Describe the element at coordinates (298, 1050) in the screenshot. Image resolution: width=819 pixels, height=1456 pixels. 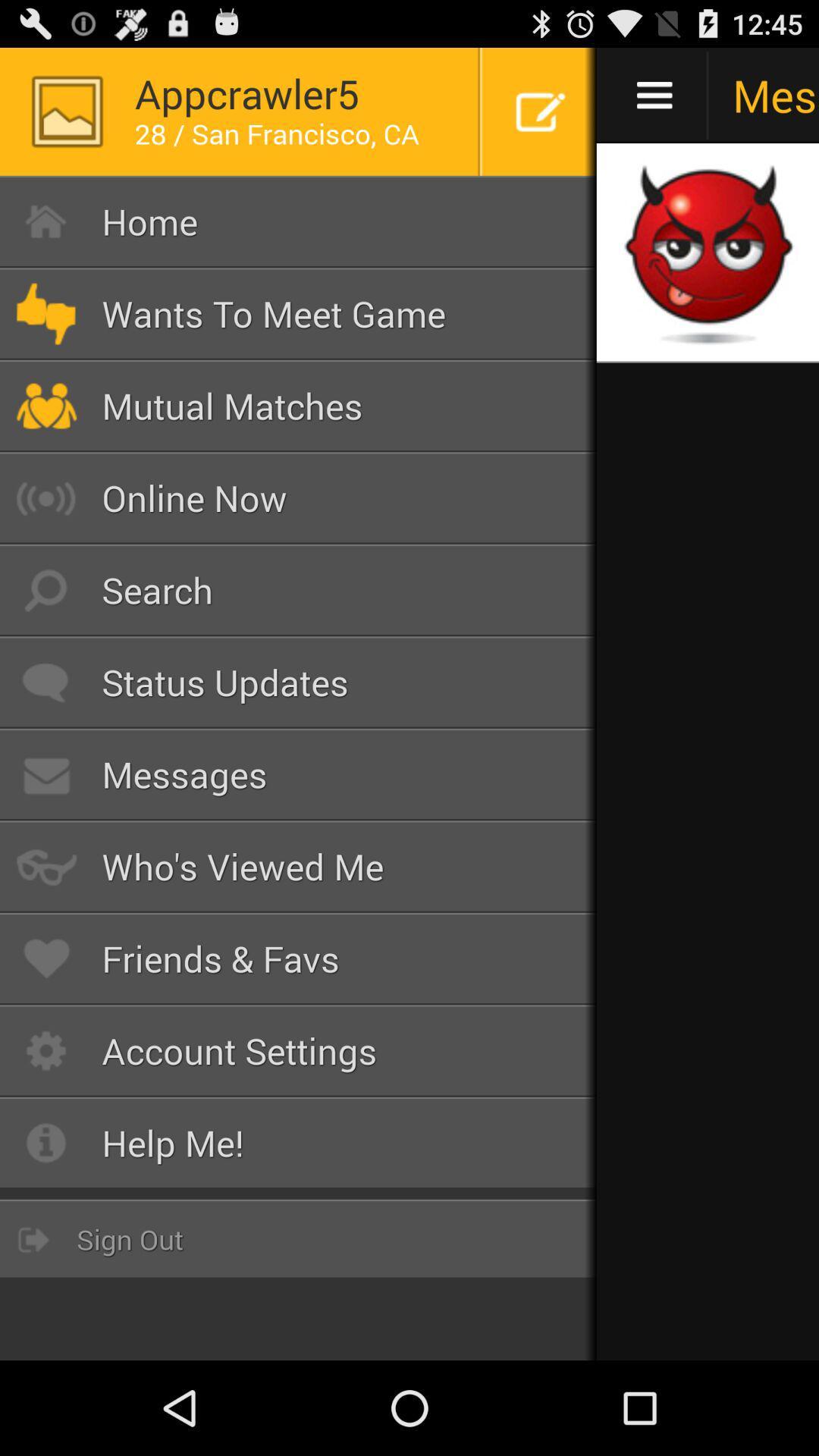
I see `the account settings icon` at that location.